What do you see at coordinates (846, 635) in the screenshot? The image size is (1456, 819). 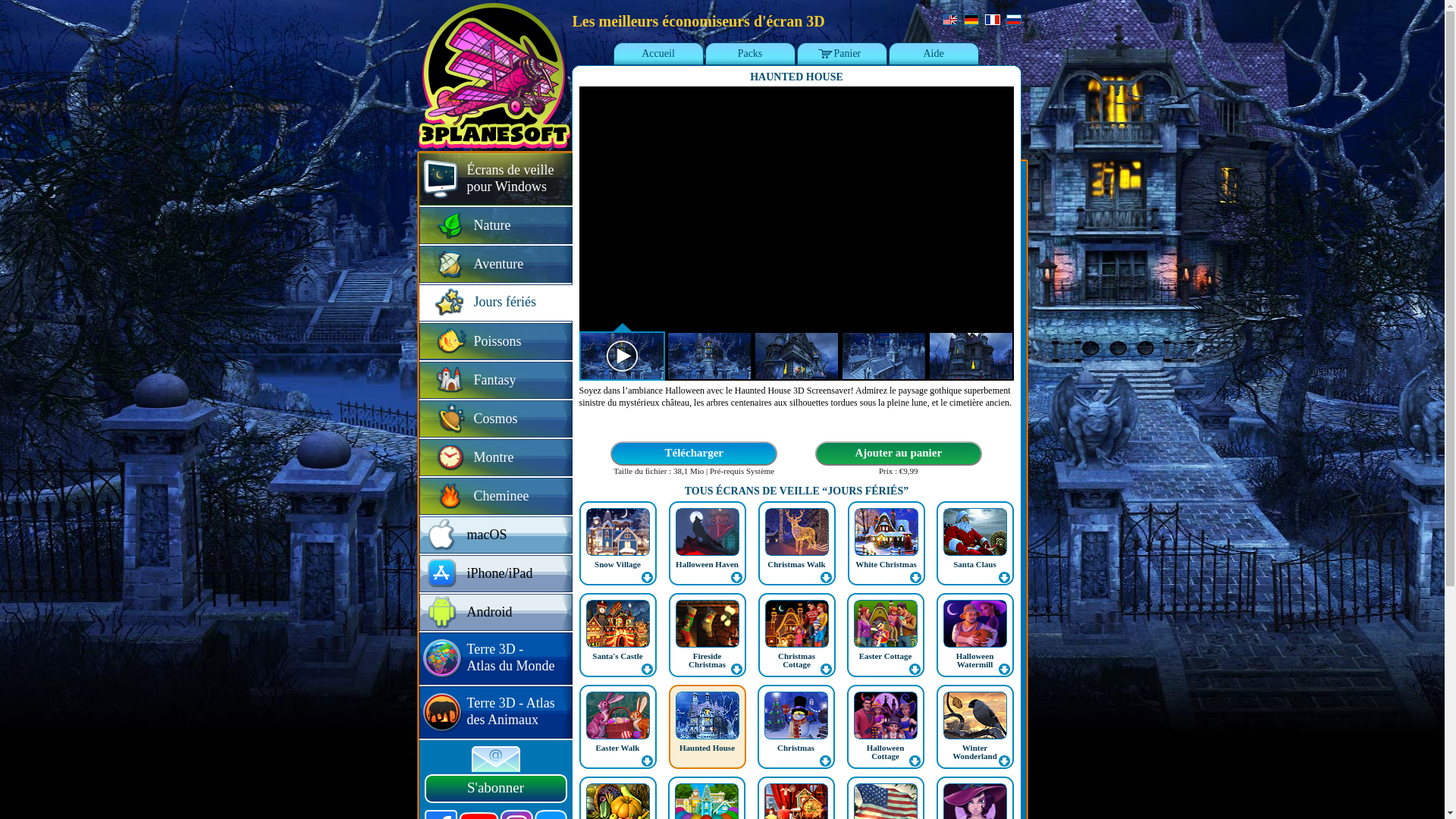 I see `'Easter Cottage'` at bounding box center [846, 635].